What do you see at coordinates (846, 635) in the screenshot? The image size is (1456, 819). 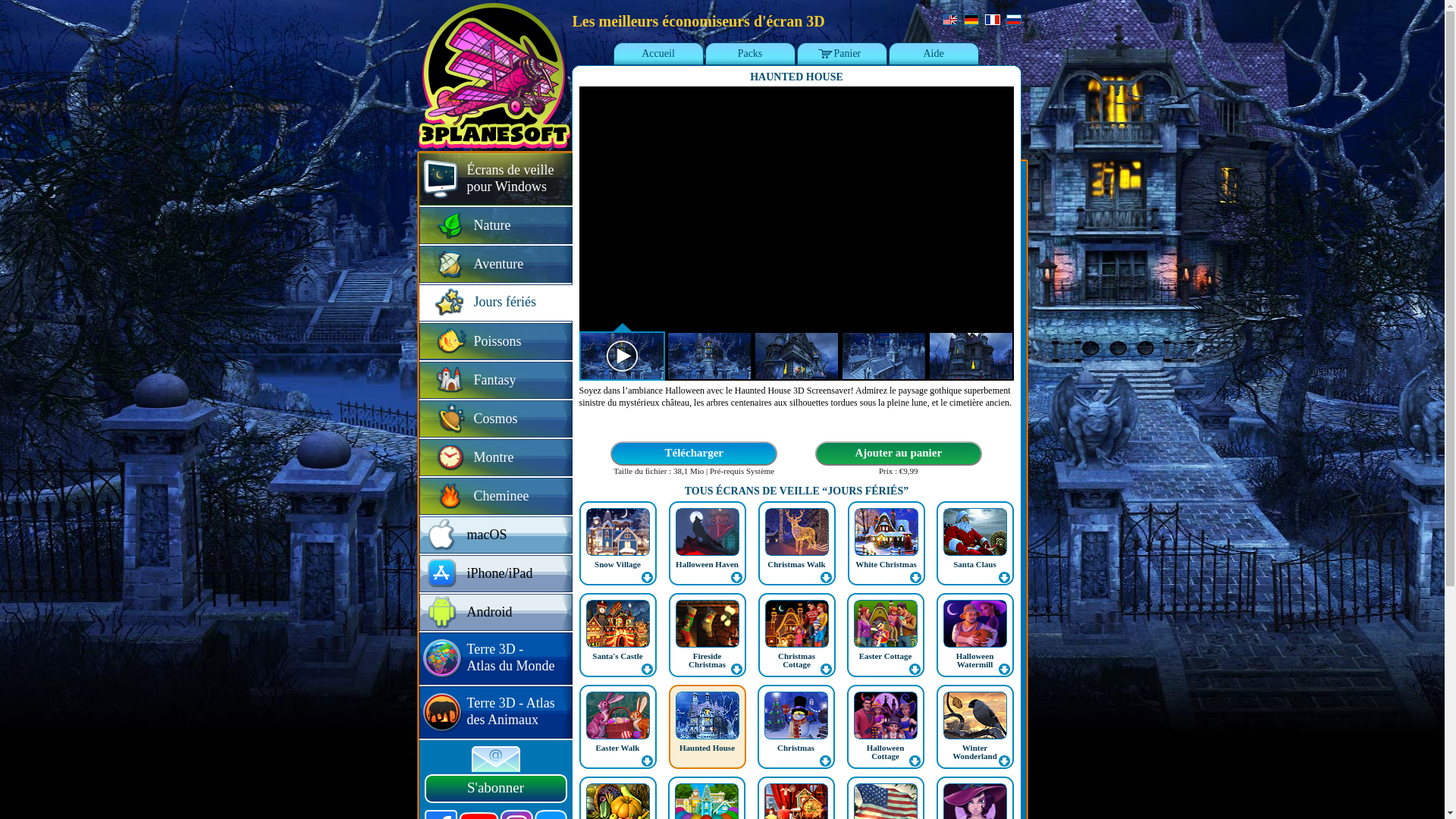 I see `'Easter Cottage'` at bounding box center [846, 635].